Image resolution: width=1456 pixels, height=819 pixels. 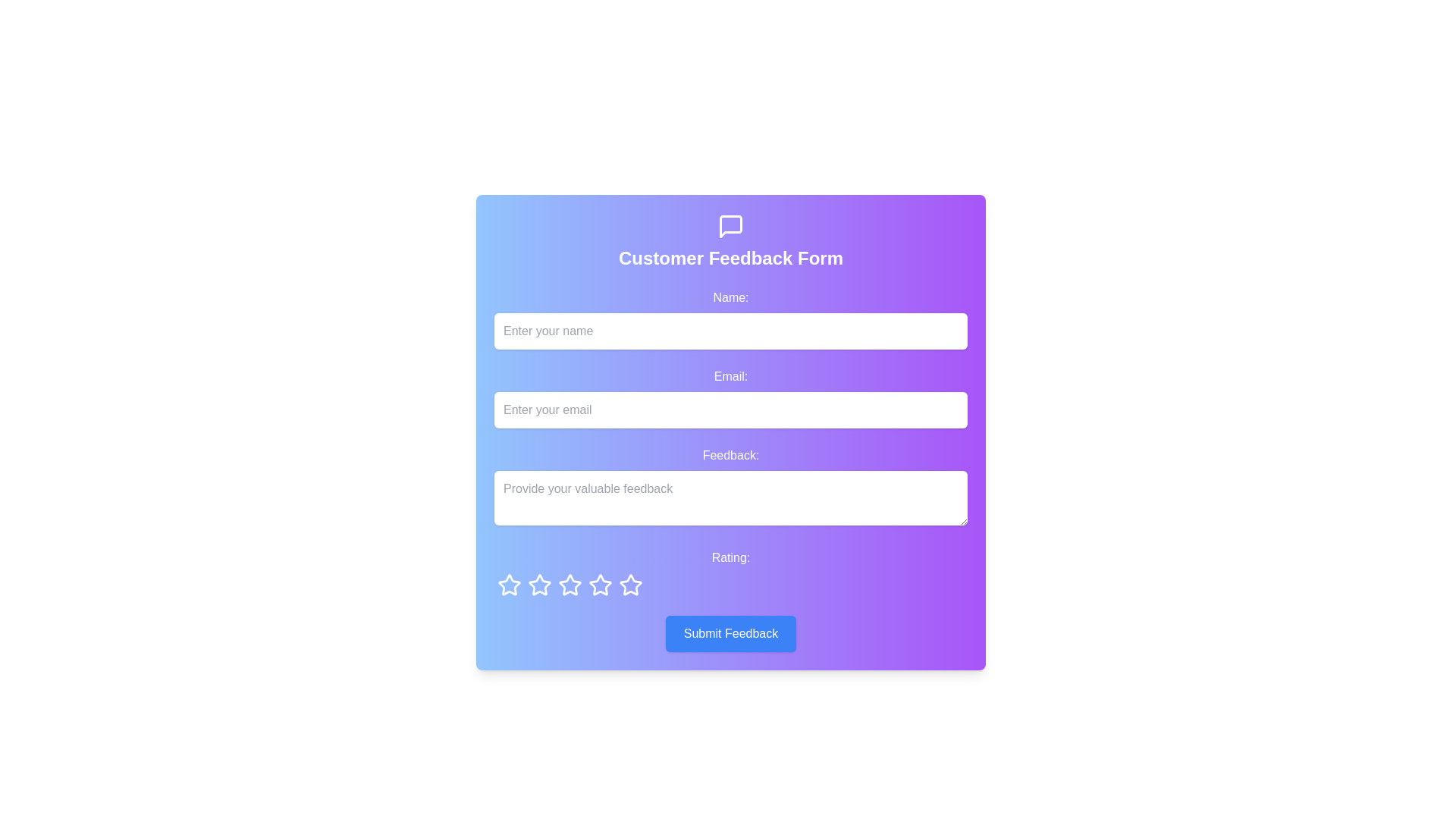 What do you see at coordinates (731, 227) in the screenshot?
I see `the messaging icon located in the header section of the Customer Feedback Form interface, which is positioned directly above the form title 'Customer Feedback Form'` at bounding box center [731, 227].